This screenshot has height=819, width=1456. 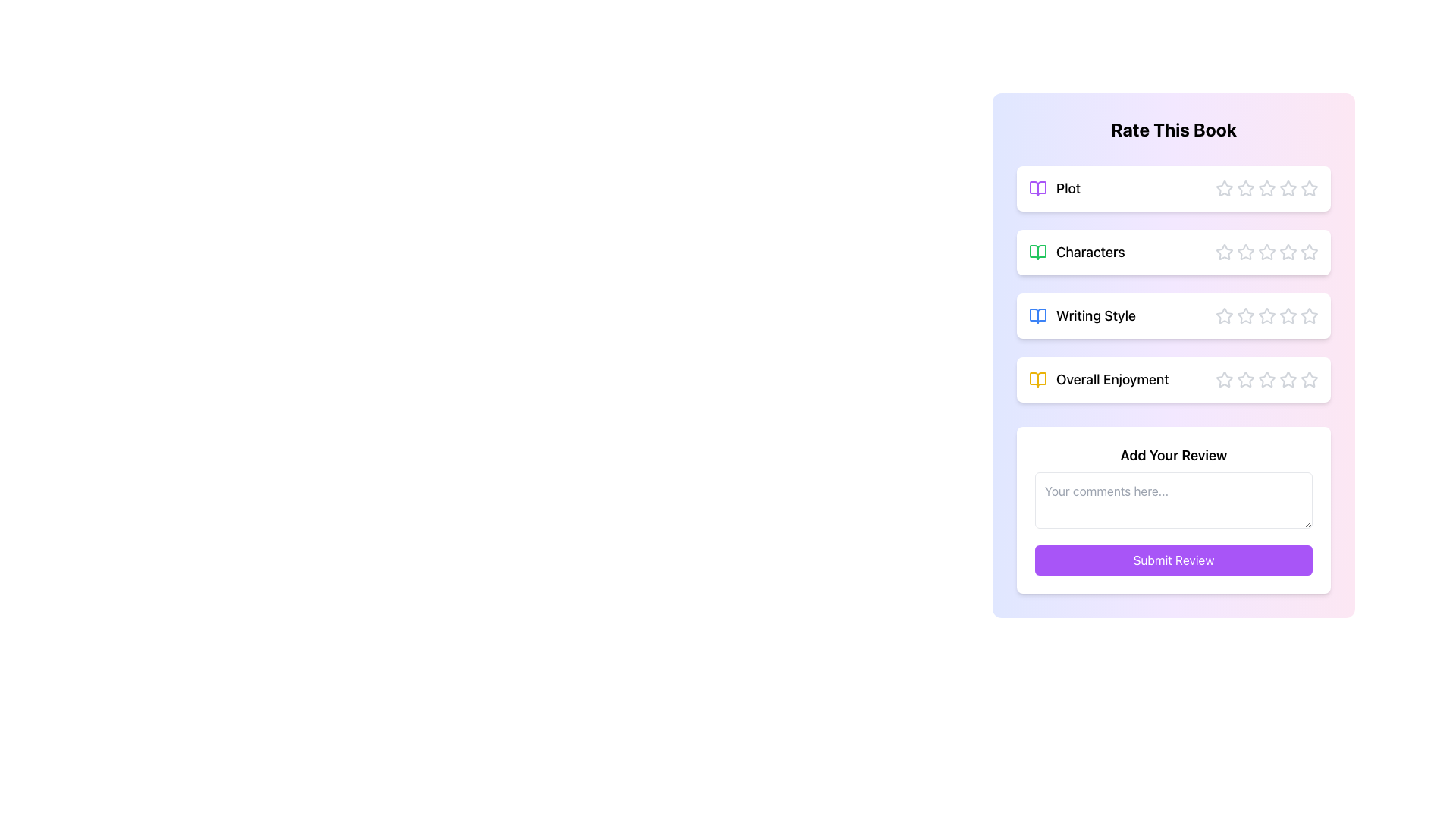 I want to click on the green book icon representing the 'Characters' rating in the 'Rate This Book' section, which is located prominently to the left of the 'Characters' text label, so click(x=1037, y=251).